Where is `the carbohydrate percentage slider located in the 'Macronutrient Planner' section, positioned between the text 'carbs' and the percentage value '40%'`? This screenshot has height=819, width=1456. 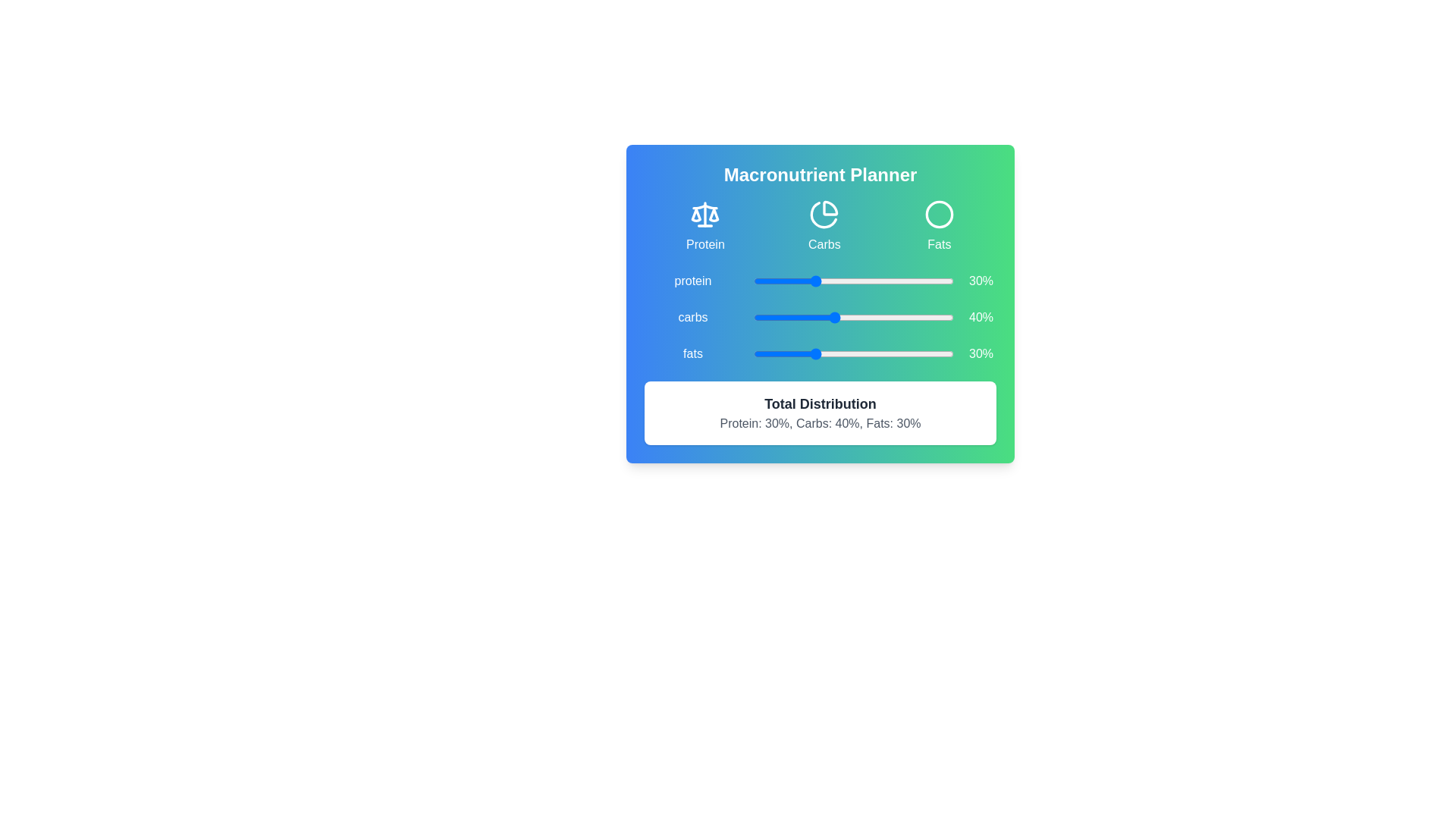 the carbohydrate percentage slider located in the 'Macronutrient Planner' section, positioned between the text 'carbs' and the percentage value '40%' is located at coordinates (819, 304).